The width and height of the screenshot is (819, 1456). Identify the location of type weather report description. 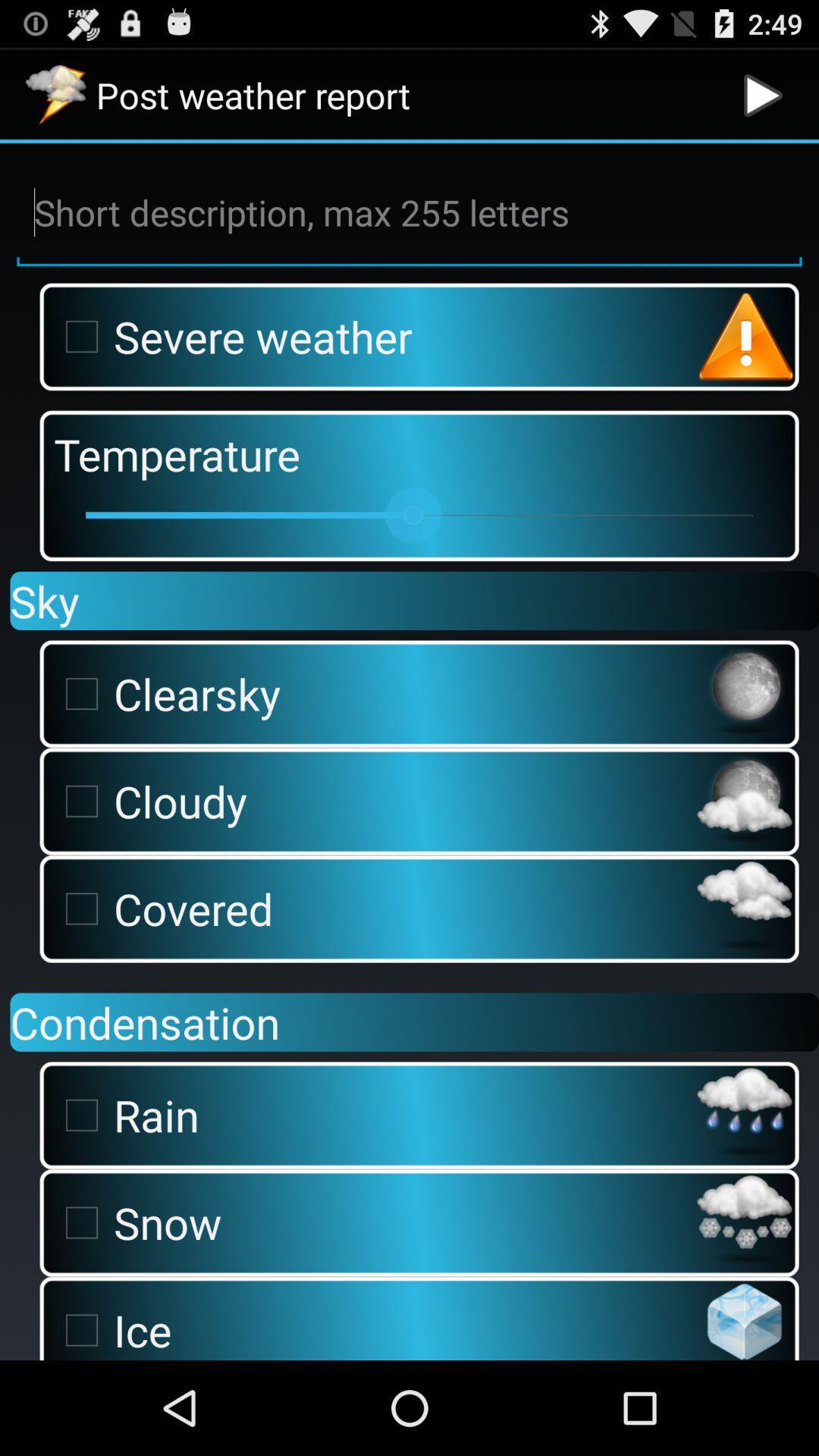
(409, 212).